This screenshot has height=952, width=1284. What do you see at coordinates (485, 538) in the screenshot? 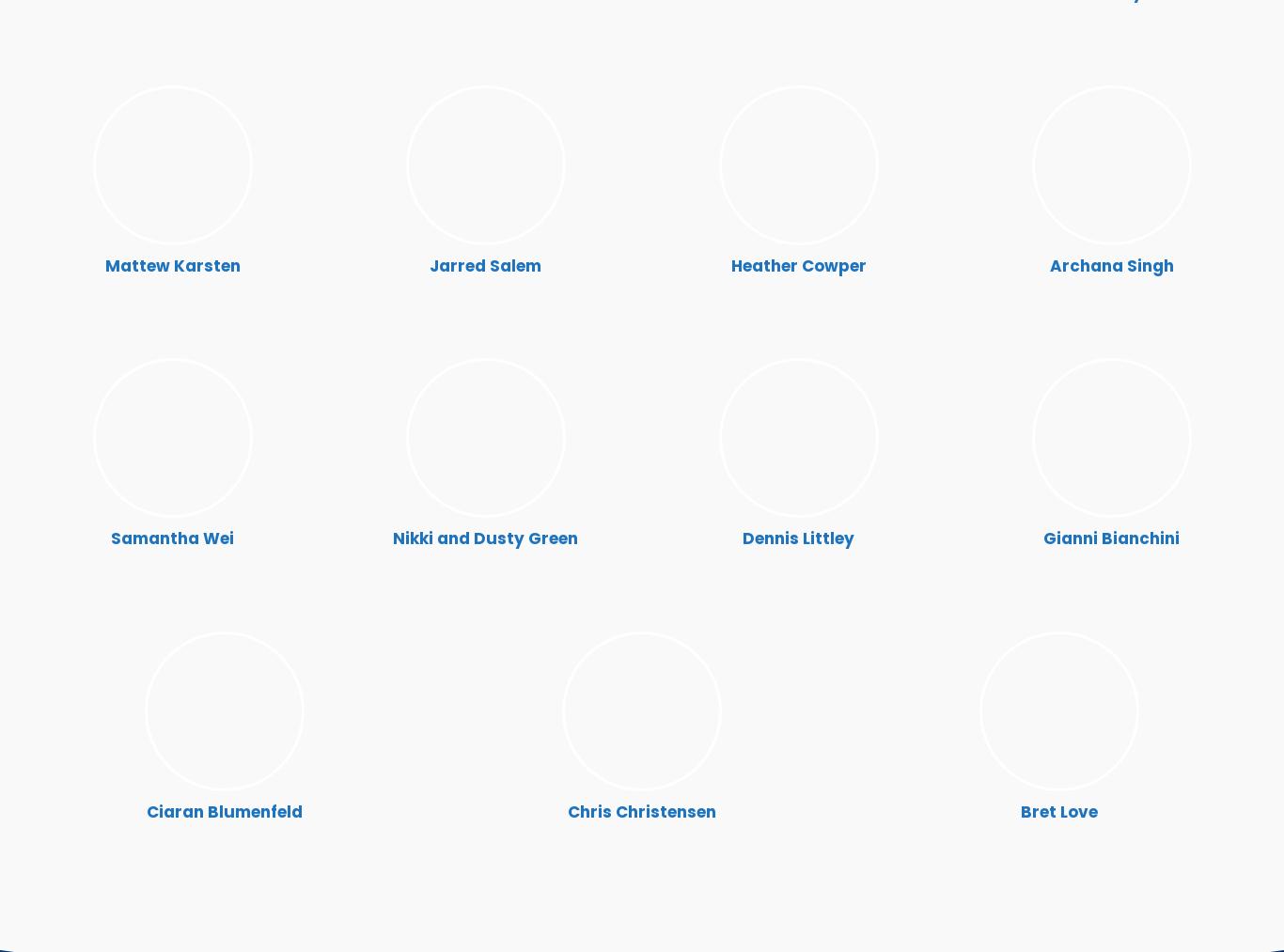
I see `'Nikki and Dusty Green'` at bounding box center [485, 538].